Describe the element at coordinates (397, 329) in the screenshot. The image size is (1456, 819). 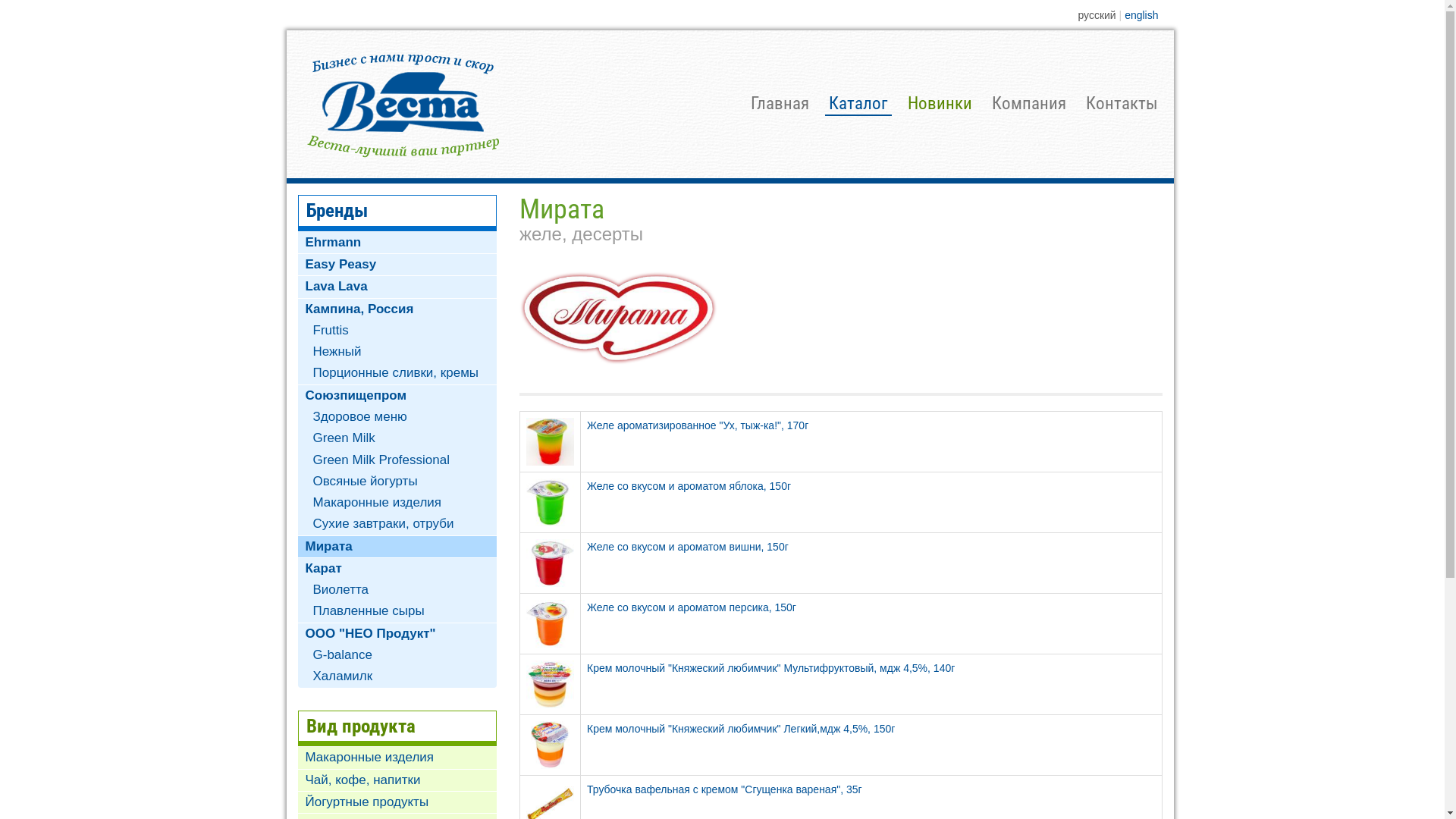
I see `'Fruttis'` at that location.